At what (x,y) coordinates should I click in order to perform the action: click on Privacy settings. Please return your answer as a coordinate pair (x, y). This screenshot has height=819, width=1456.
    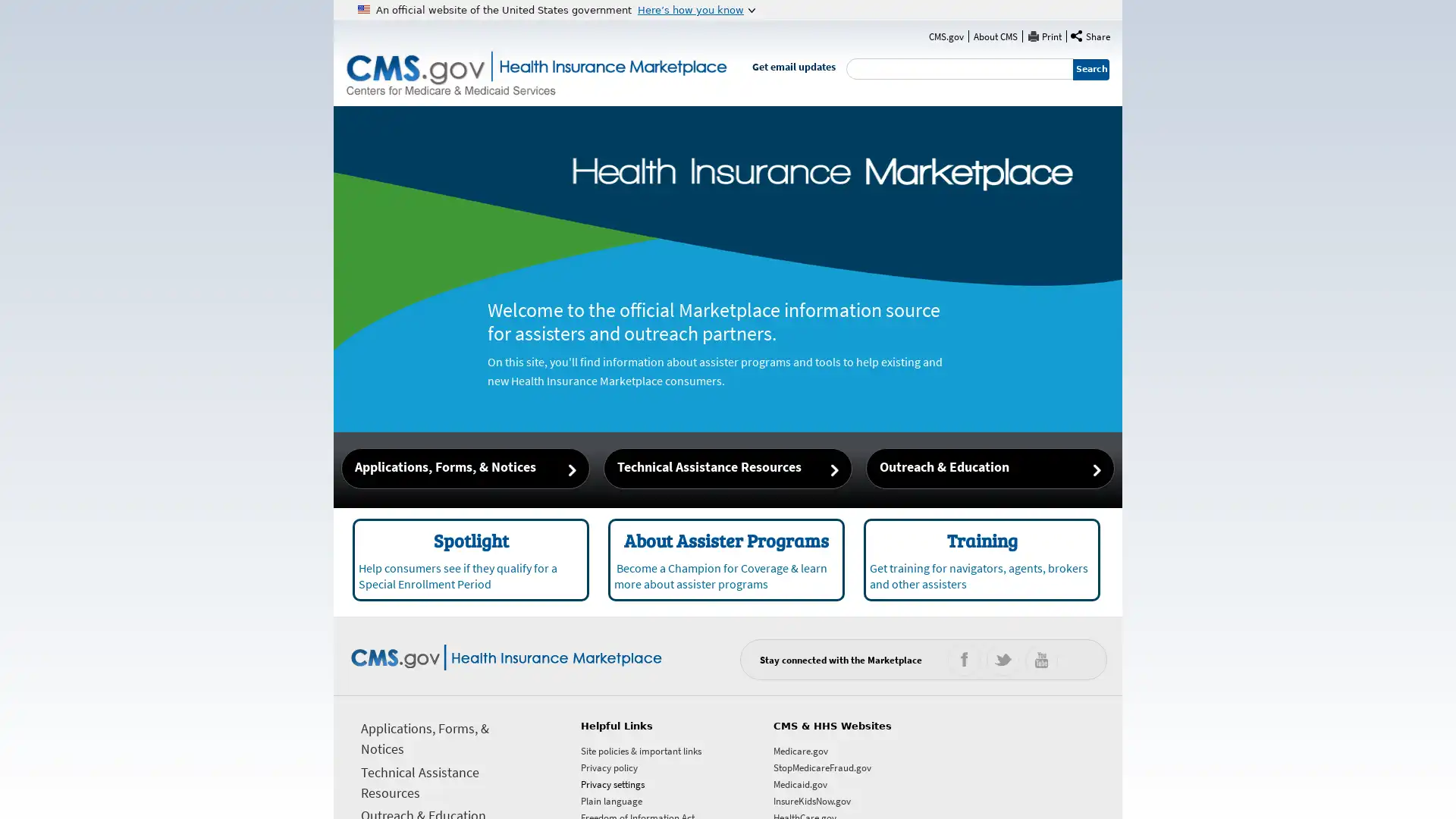
    Looking at the image, I should click on (612, 783).